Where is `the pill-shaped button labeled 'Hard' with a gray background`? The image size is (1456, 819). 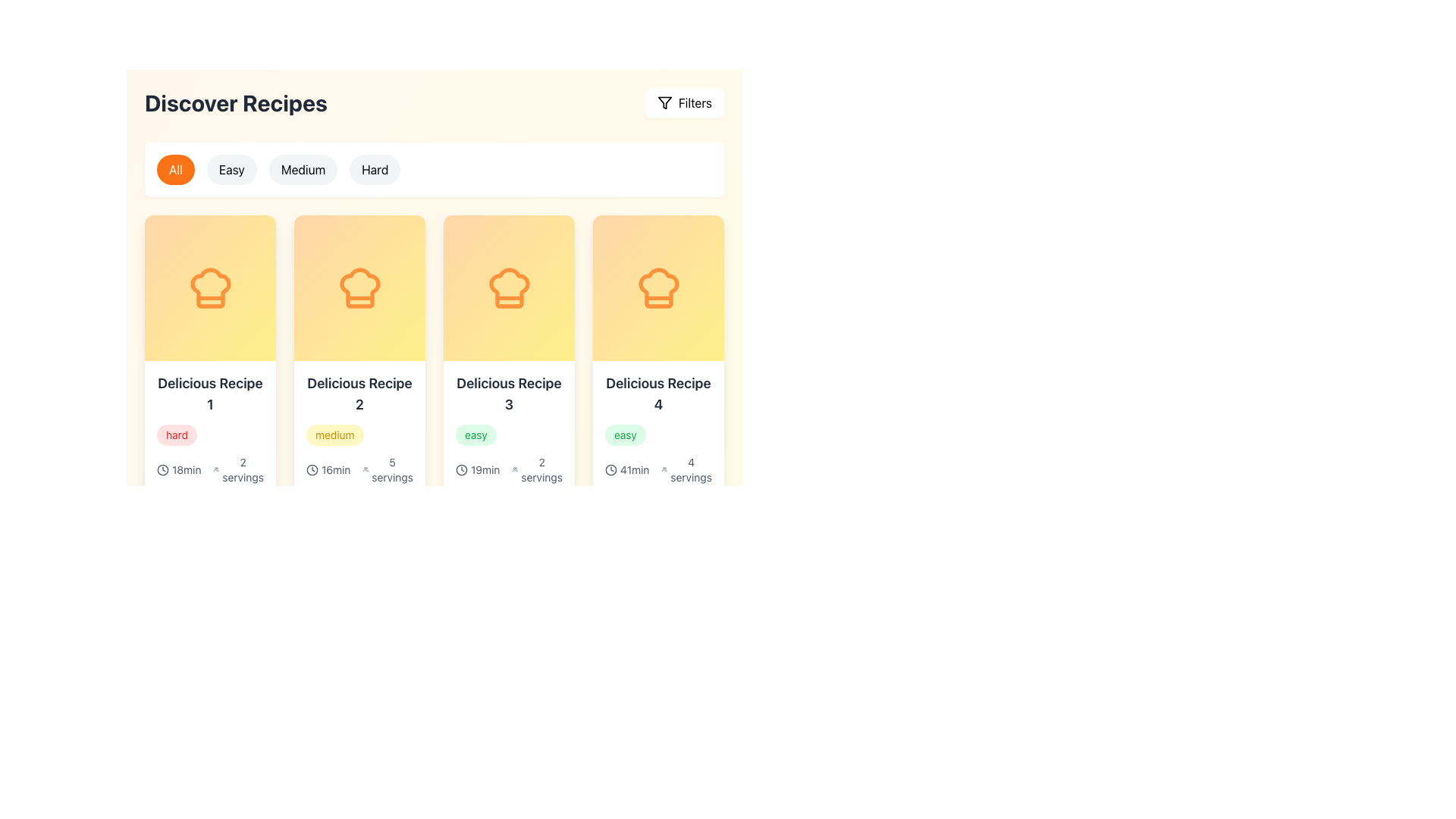
the pill-shaped button labeled 'Hard' with a gray background is located at coordinates (375, 169).